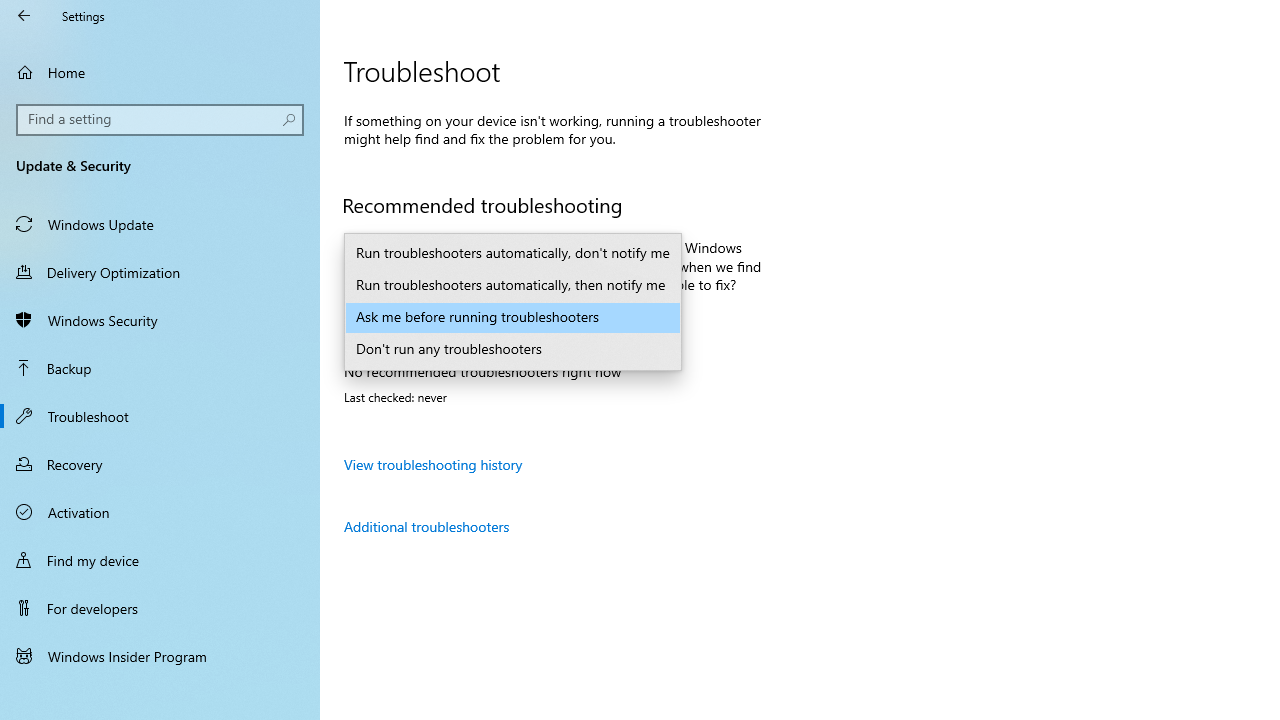 The image size is (1280, 720). What do you see at coordinates (160, 607) in the screenshot?
I see `'For developers'` at bounding box center [160, 607].